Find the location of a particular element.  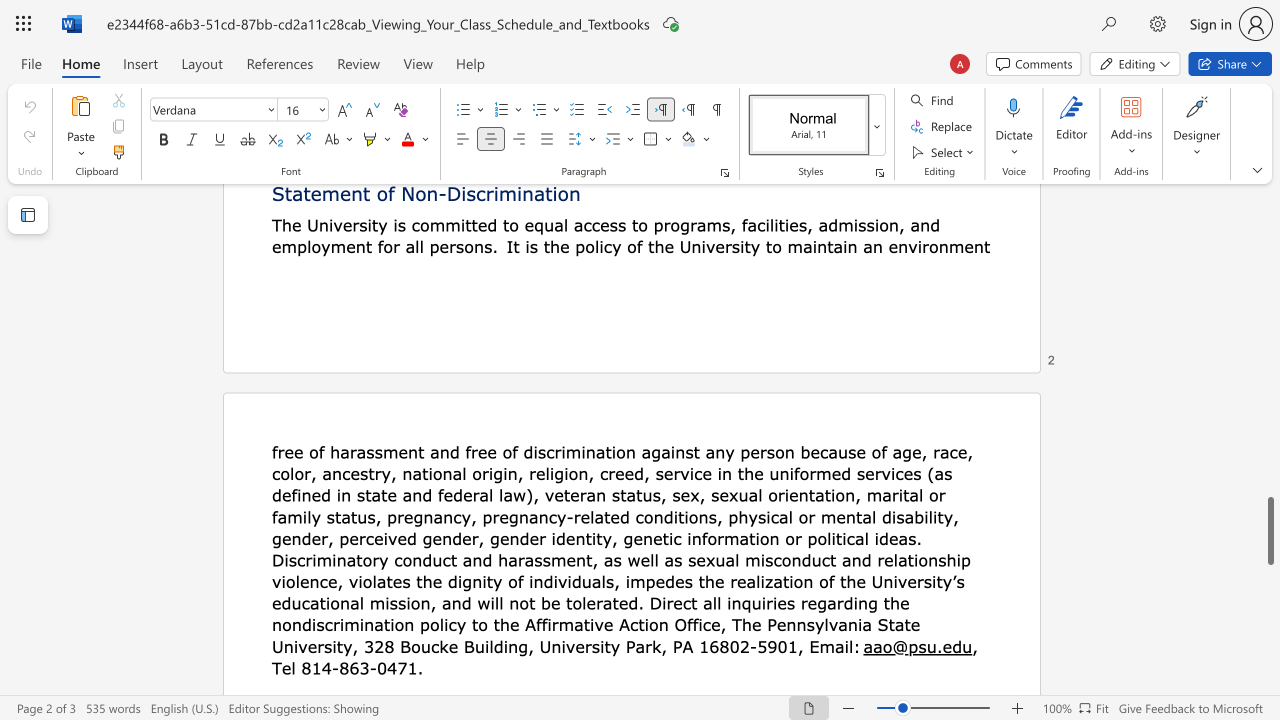

the side scrollbar to bring the page up is located at coordinates (1269, 480).